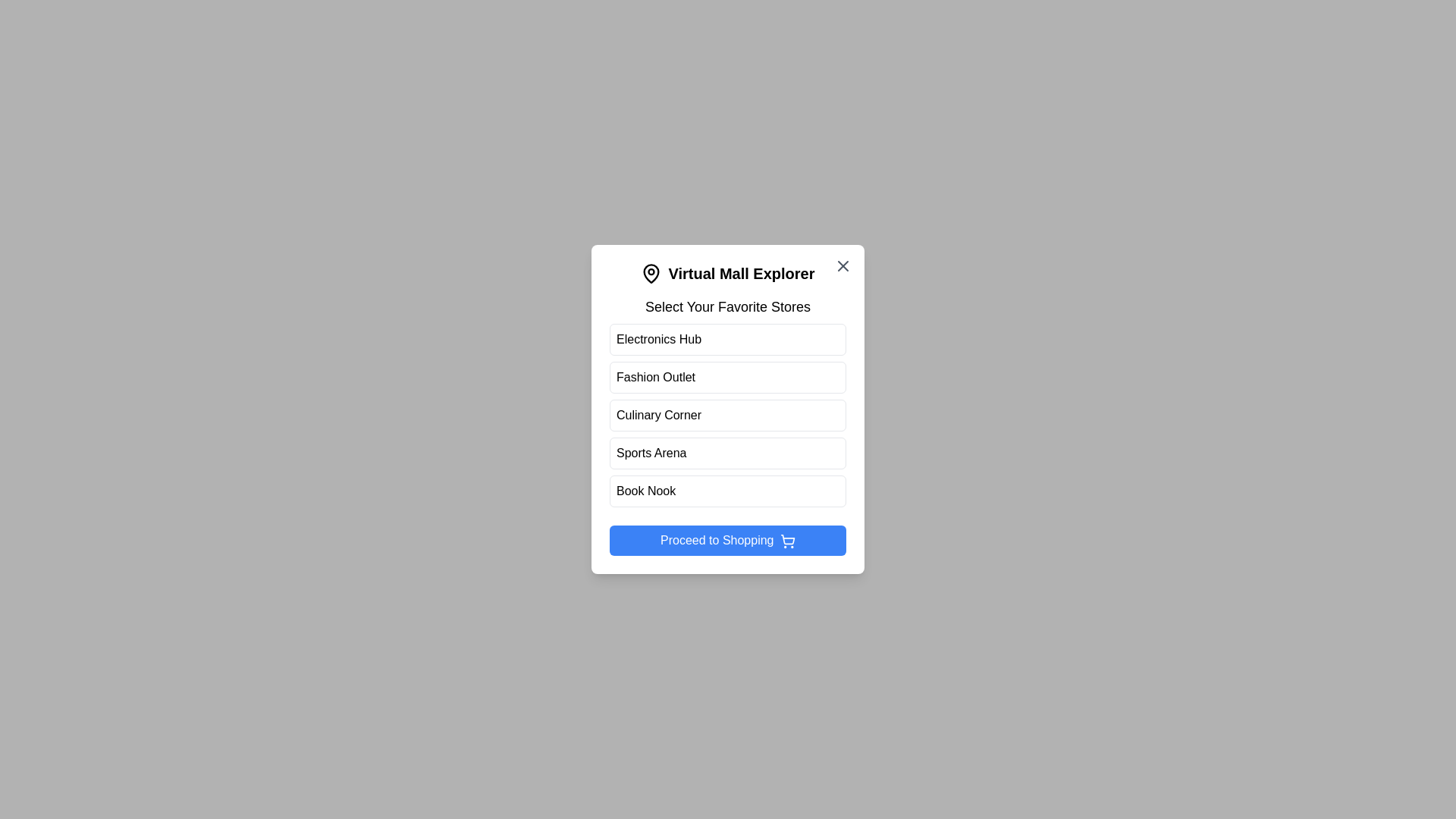 Image resolution: width=1456 pixels, height=819 pixels. Describe the element at coordinates (651, 274) in the screenshot. I see `the geolocation icon positioned to the left of the 'Virtual Mall Explorer' text in the header area of the modal for information` at that location.